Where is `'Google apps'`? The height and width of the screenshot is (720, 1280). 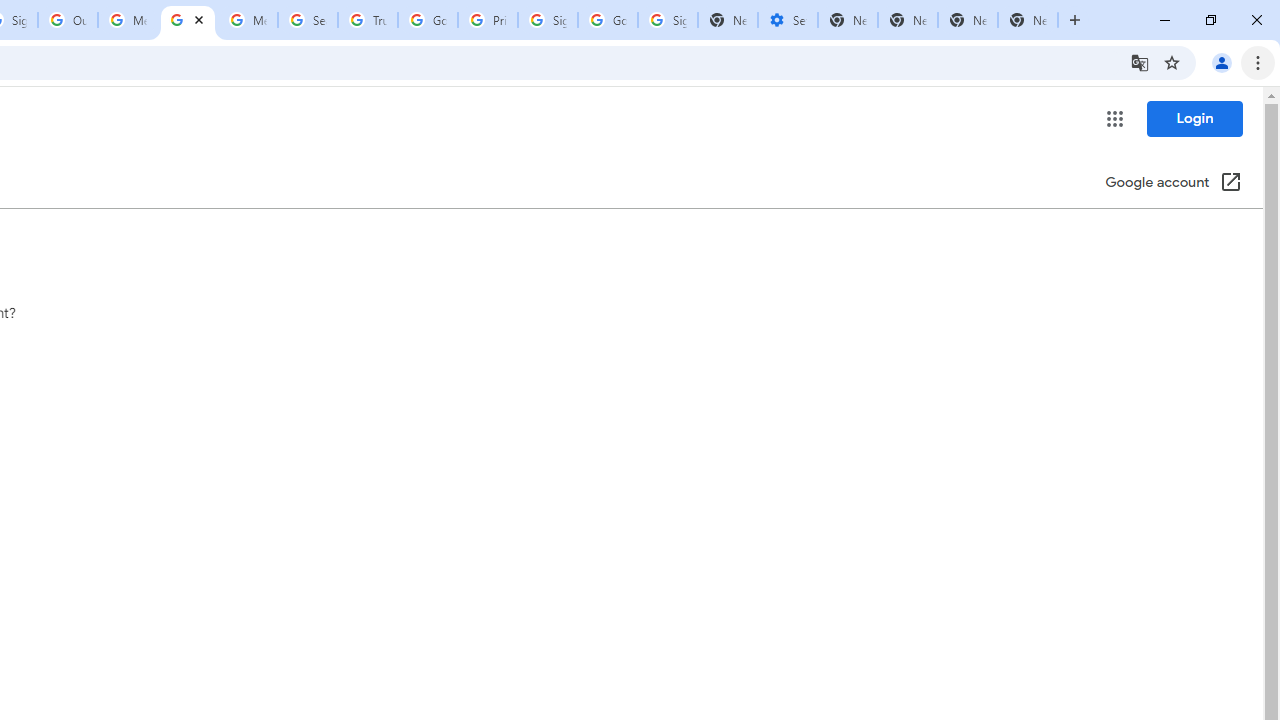 'Google apps' is located at coordinates (1113, 119).